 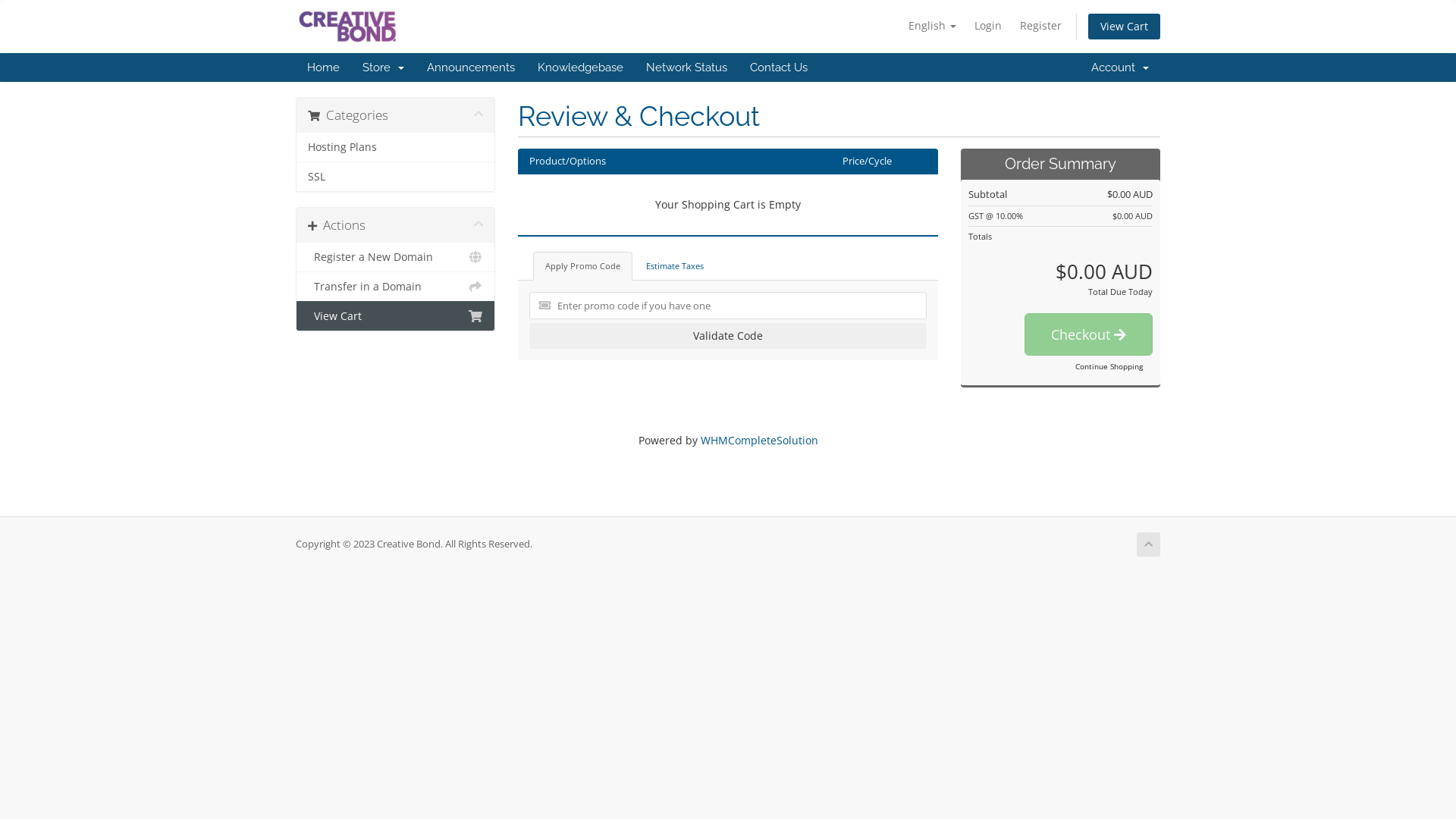 I want to click on 'View Cart', so click(x=1124, y=26).